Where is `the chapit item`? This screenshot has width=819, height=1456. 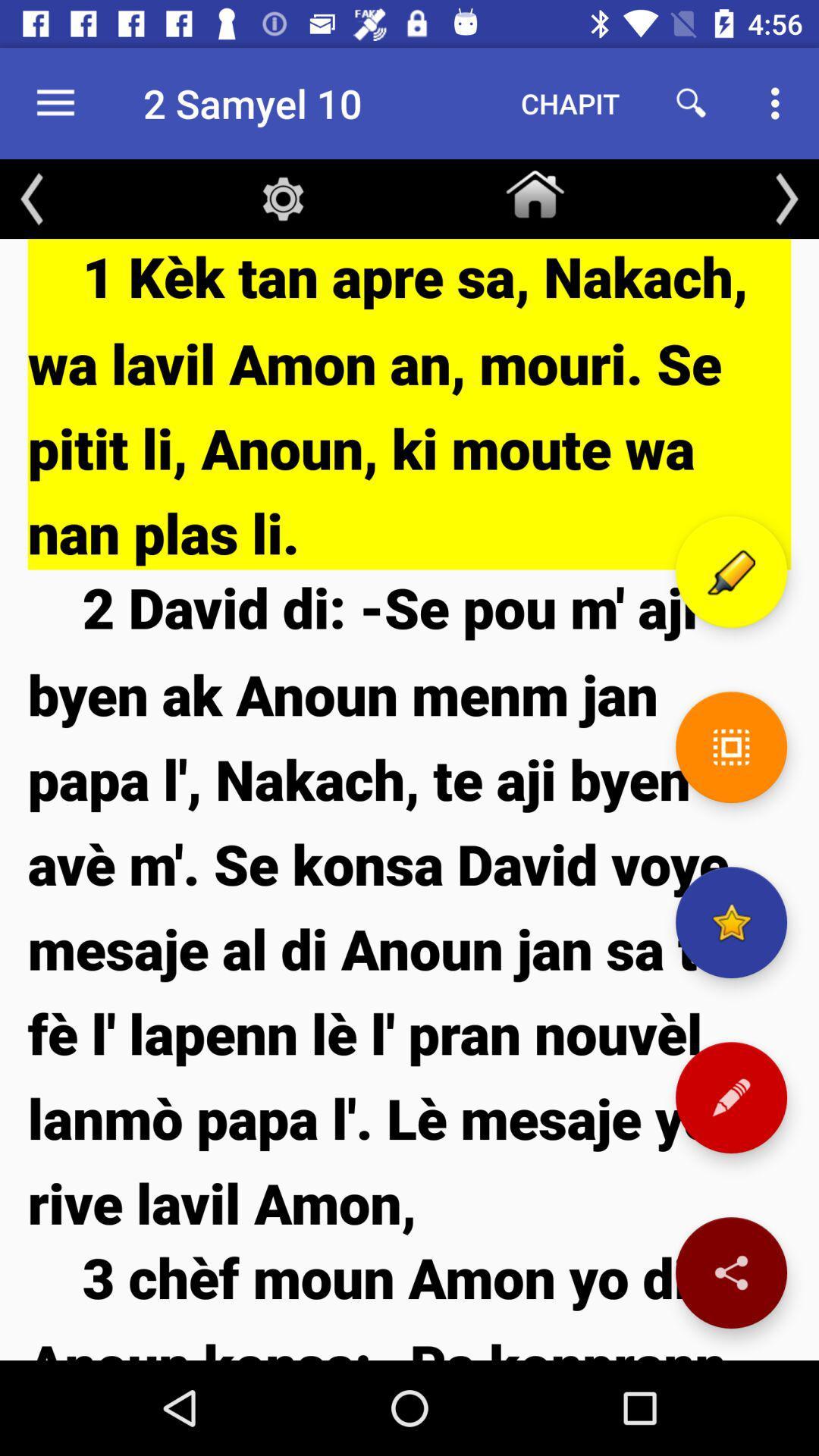
the chapit item is located at coordinates (570, 102).